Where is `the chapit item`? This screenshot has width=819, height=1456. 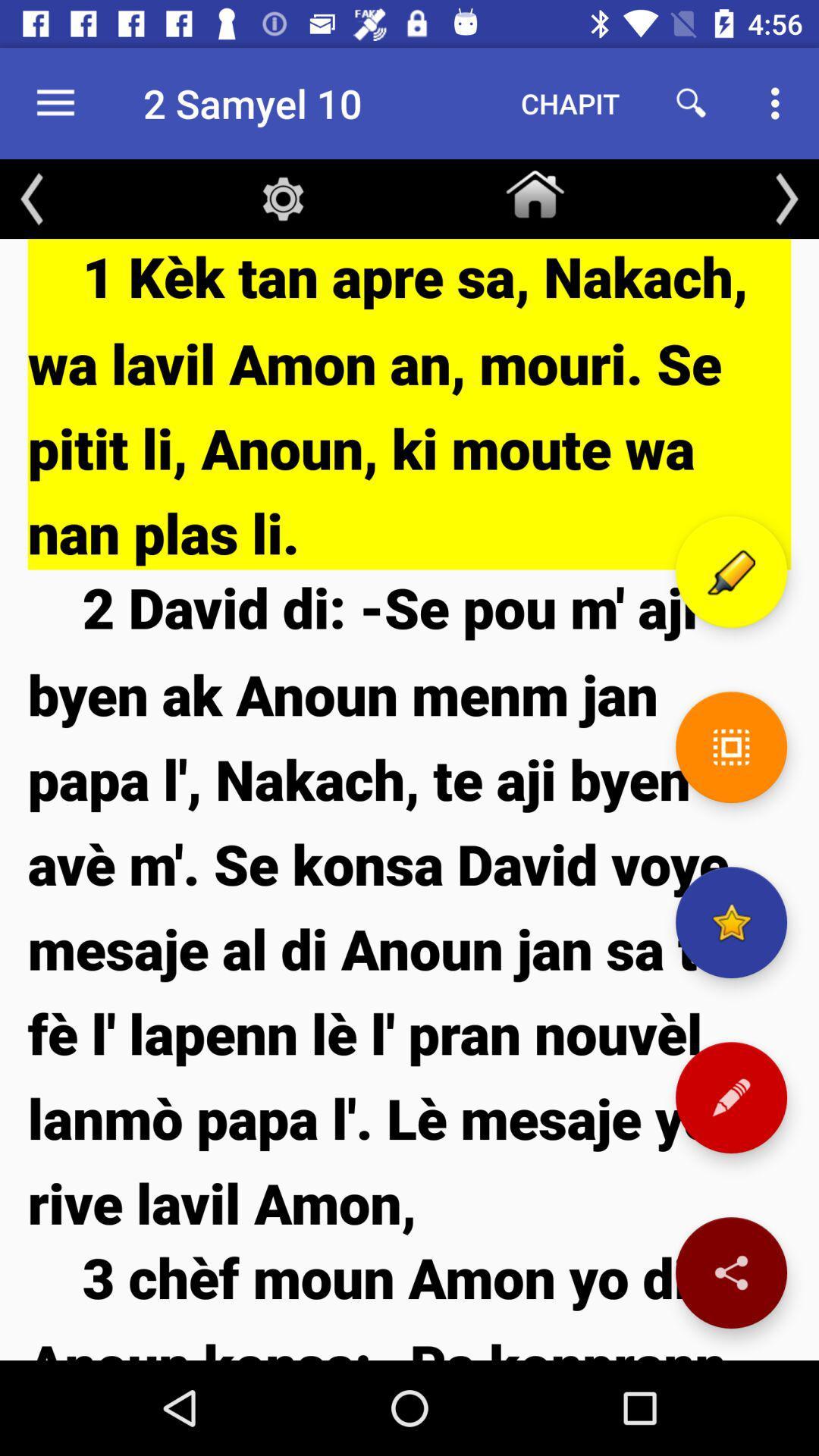
the chapit item is located at coordinates (570, 102).